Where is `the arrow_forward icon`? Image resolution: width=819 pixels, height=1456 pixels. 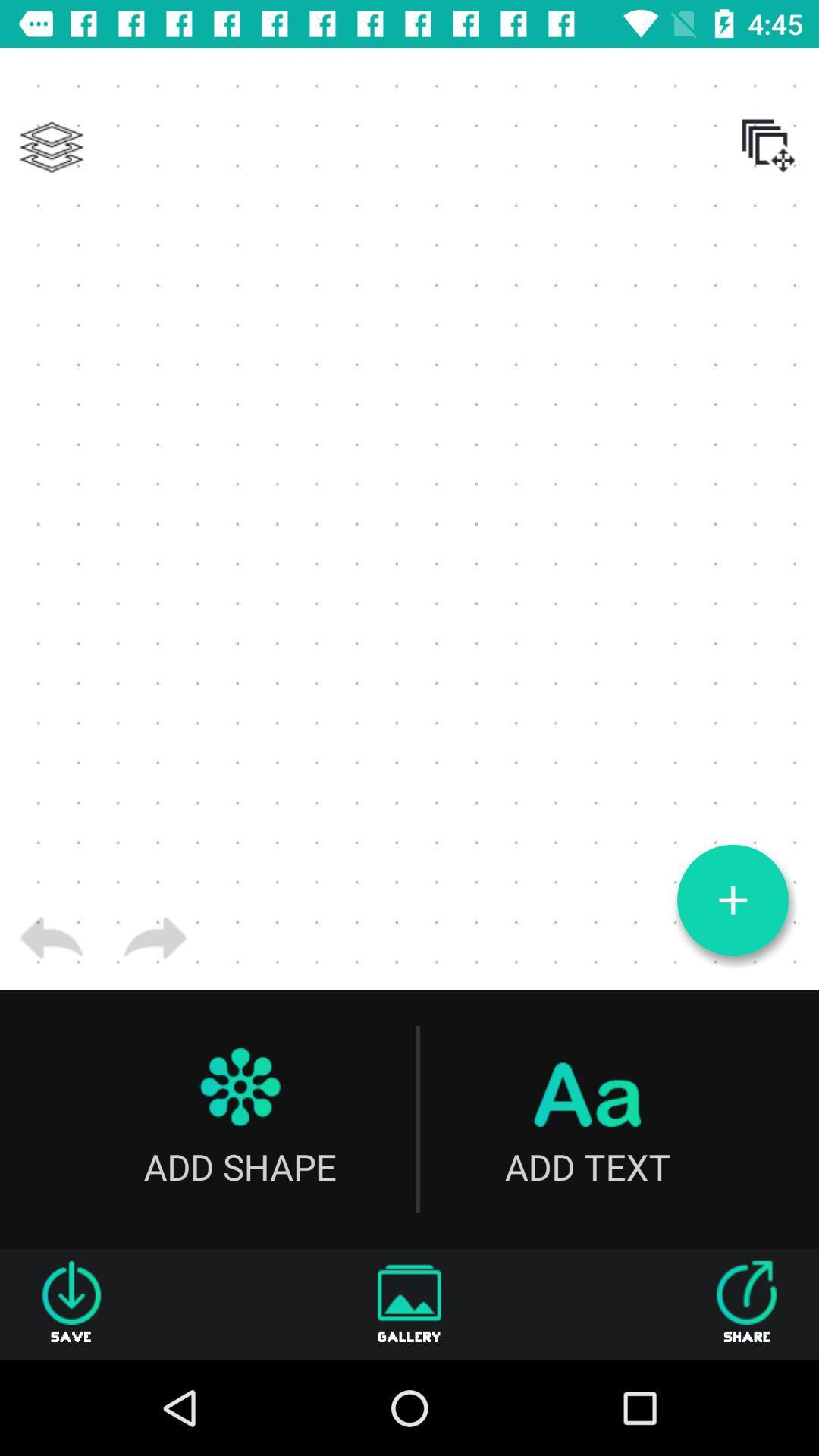 the arrow_forward icon is located at coordinates (155, 937).